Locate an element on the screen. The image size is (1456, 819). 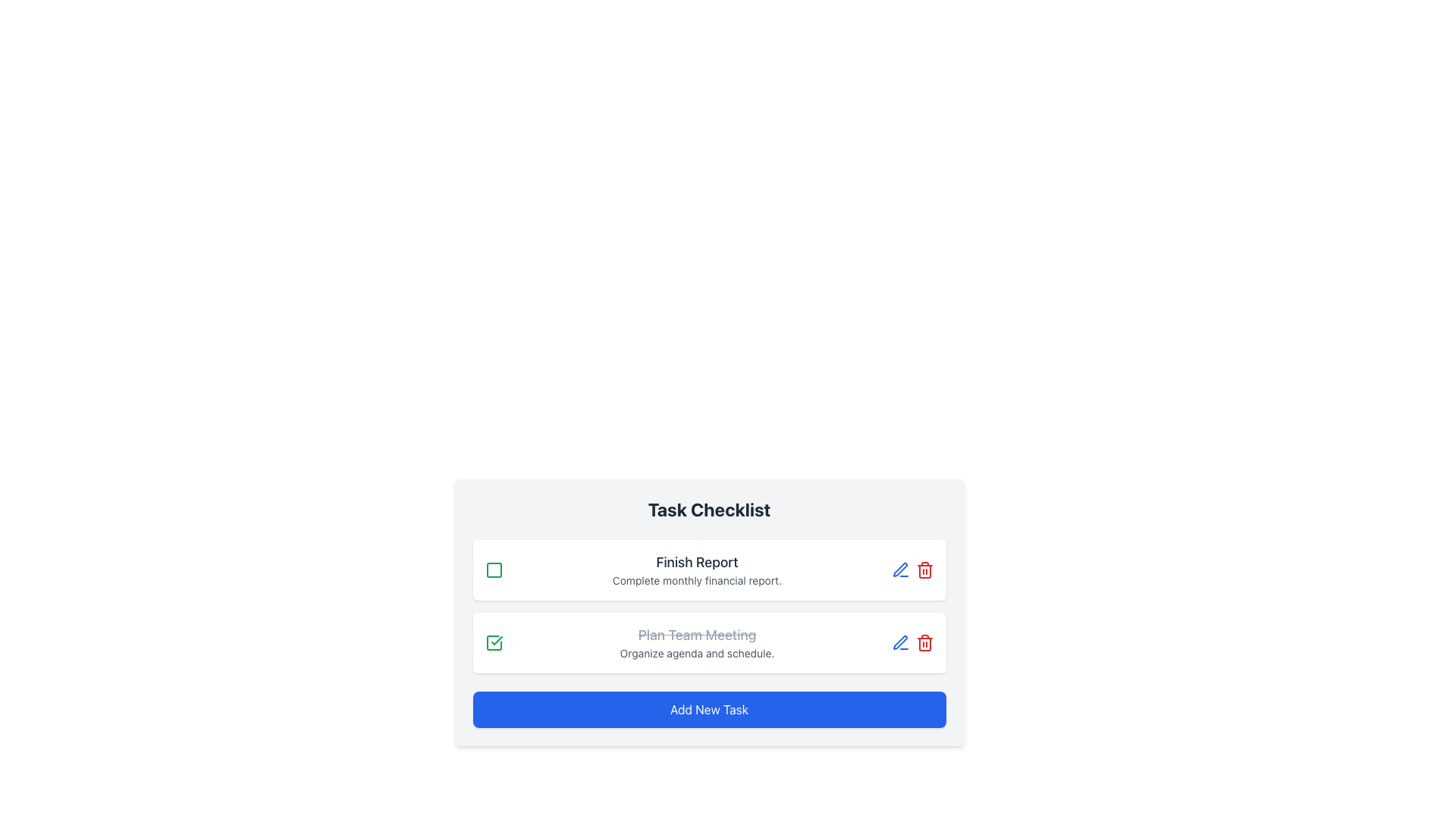
the 'Add New Task' button located at the bottom of the 'Task Checklist' section is located at coordinates (708, 710).